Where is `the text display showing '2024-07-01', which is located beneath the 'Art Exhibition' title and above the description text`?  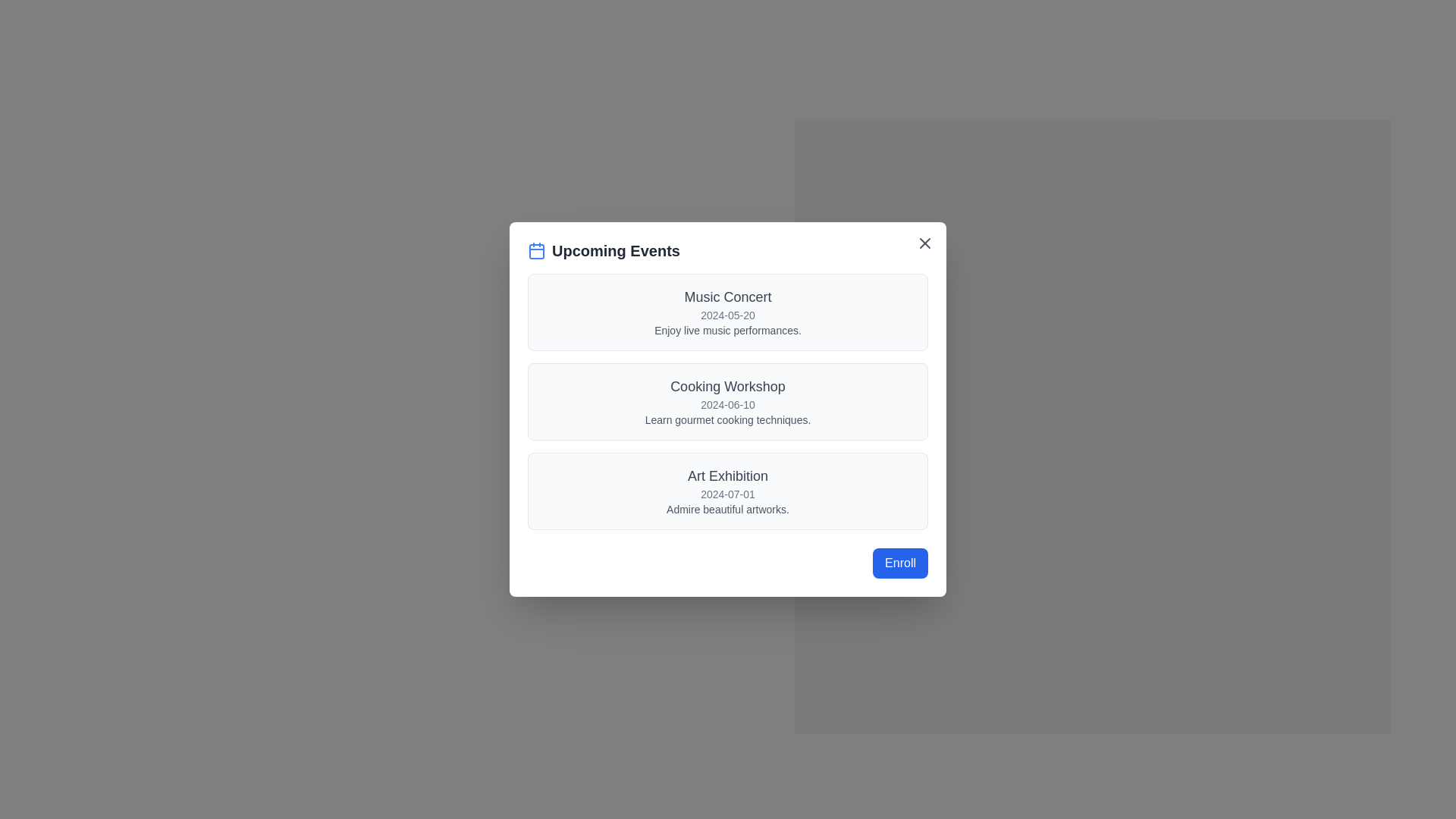 the text display showing '2024-07-01', which is located beneath the 'Art Exhibition' title and above the description text is located at coordinates (728, 494).